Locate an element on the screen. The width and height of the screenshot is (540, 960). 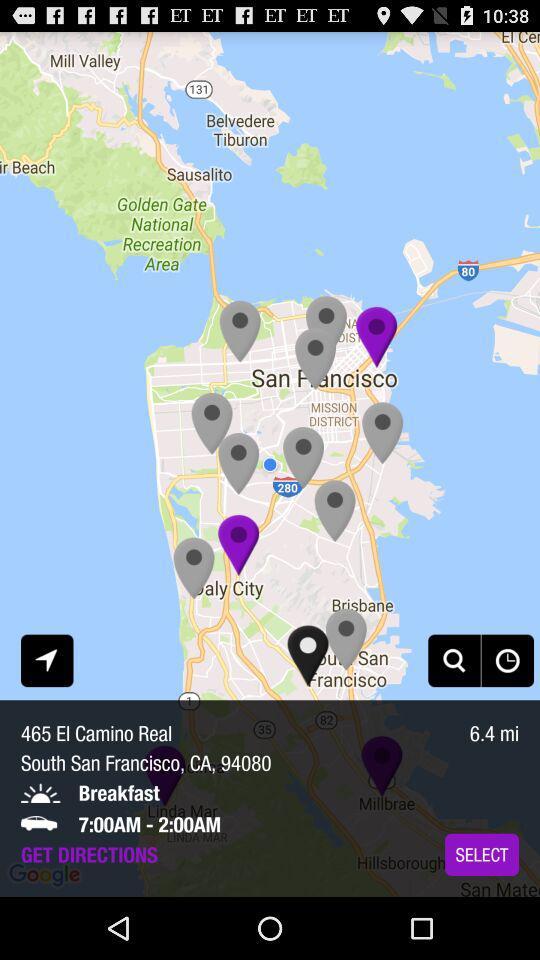
select item is located at coordinates (481, 853).